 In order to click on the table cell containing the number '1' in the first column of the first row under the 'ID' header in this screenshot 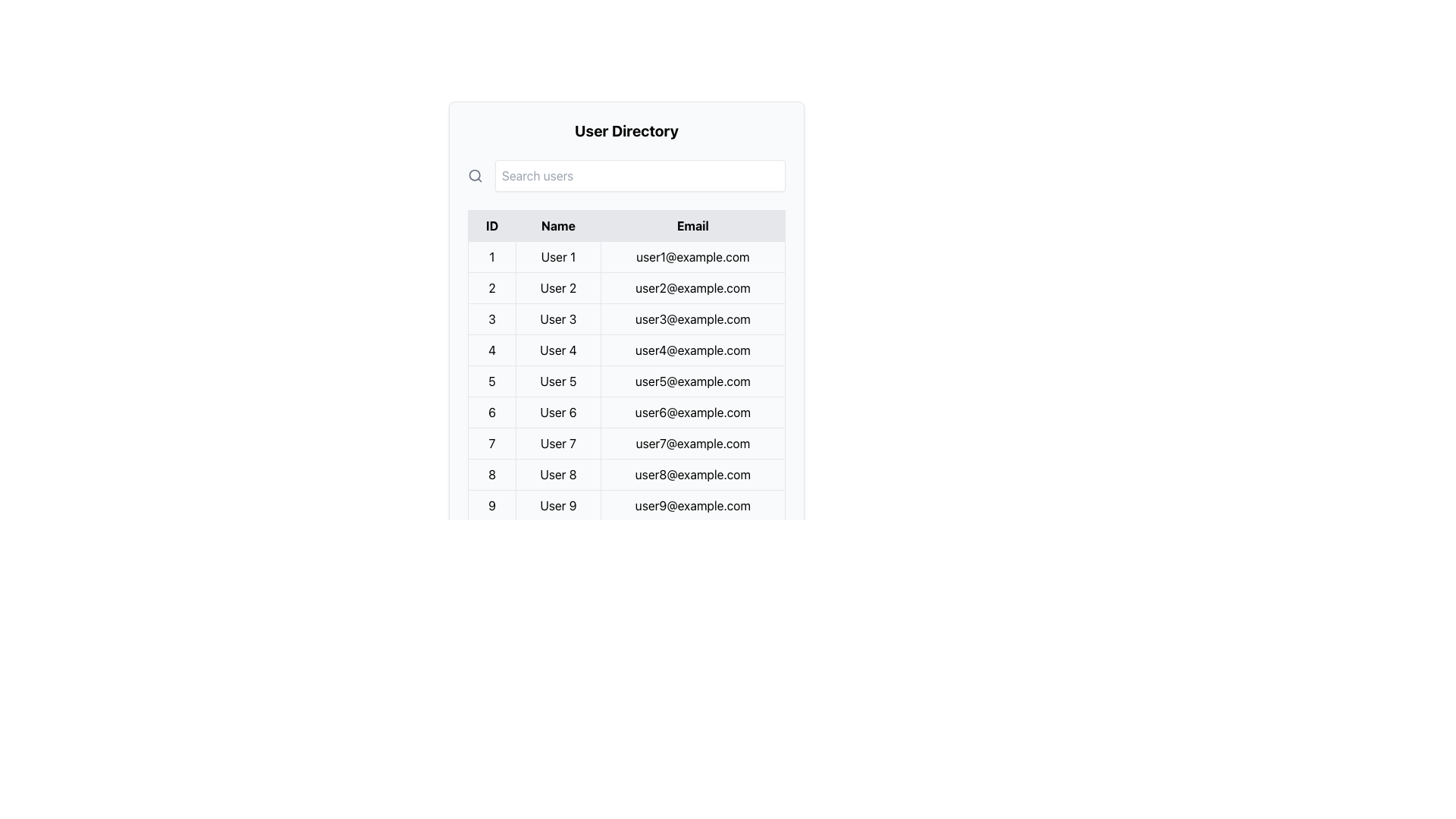, I will do `click(491, 256)`.